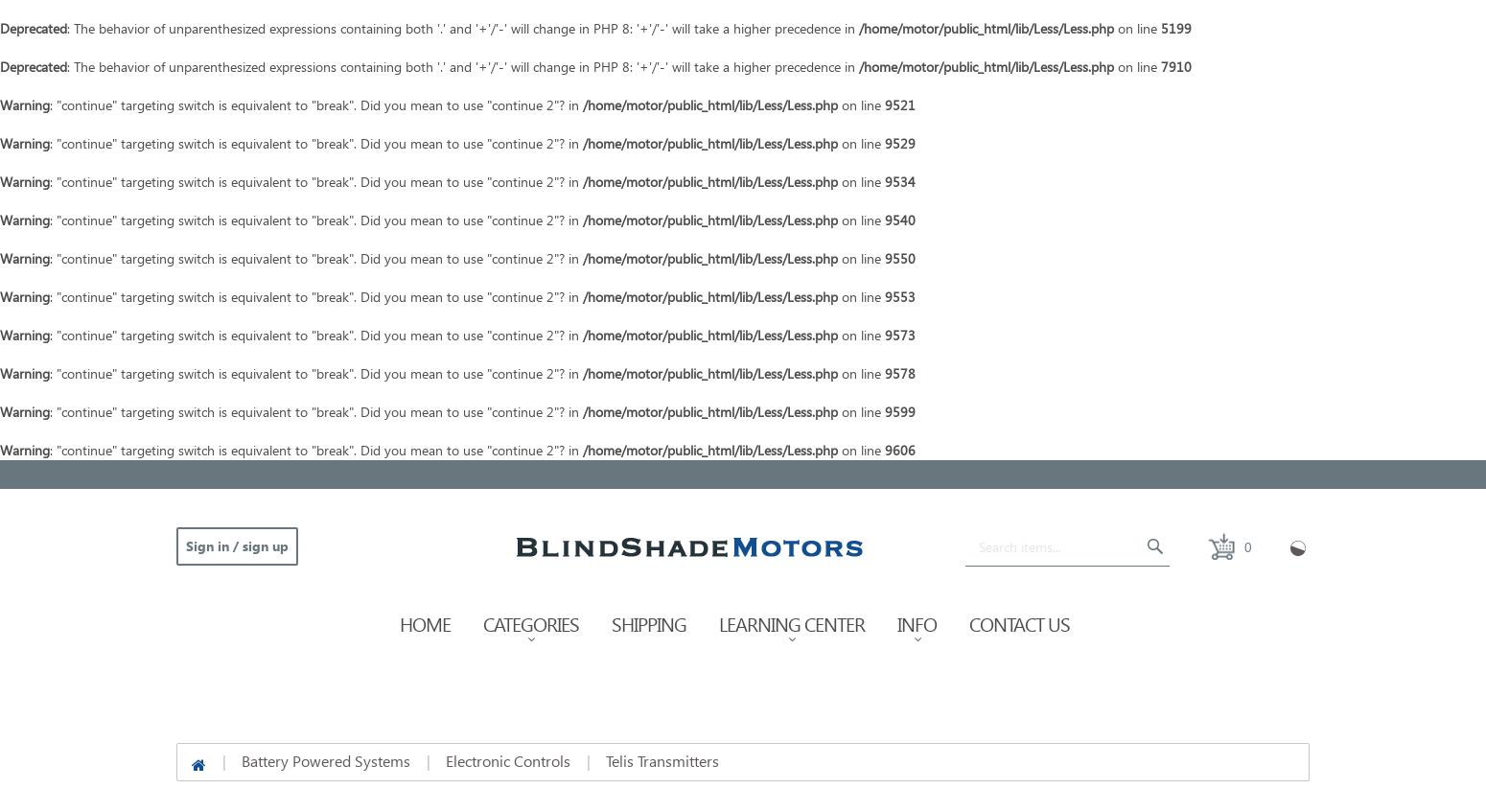  I want to click on '9553', so click(898, 296).